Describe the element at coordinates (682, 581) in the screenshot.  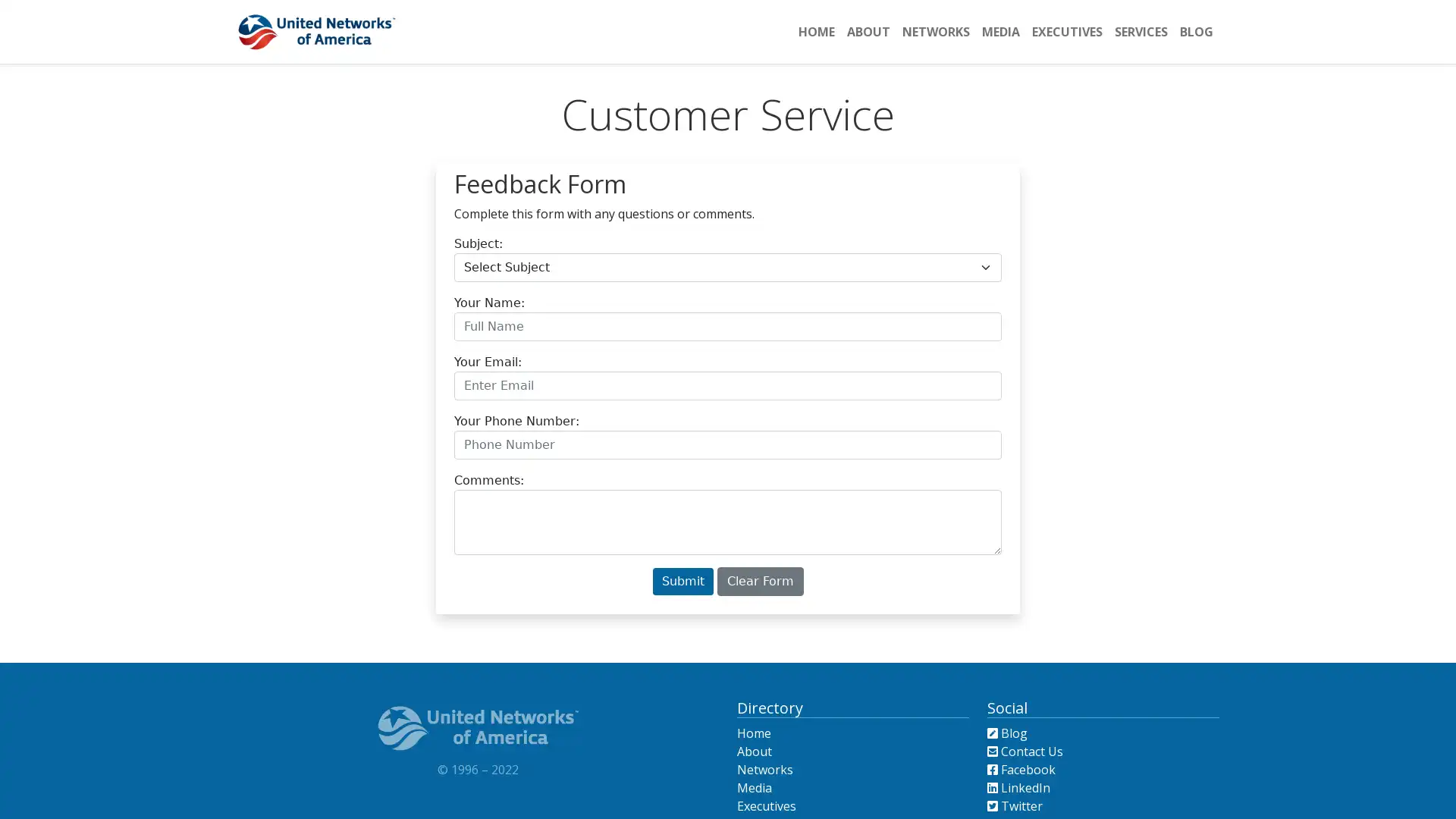
I see `Submit` at that location.